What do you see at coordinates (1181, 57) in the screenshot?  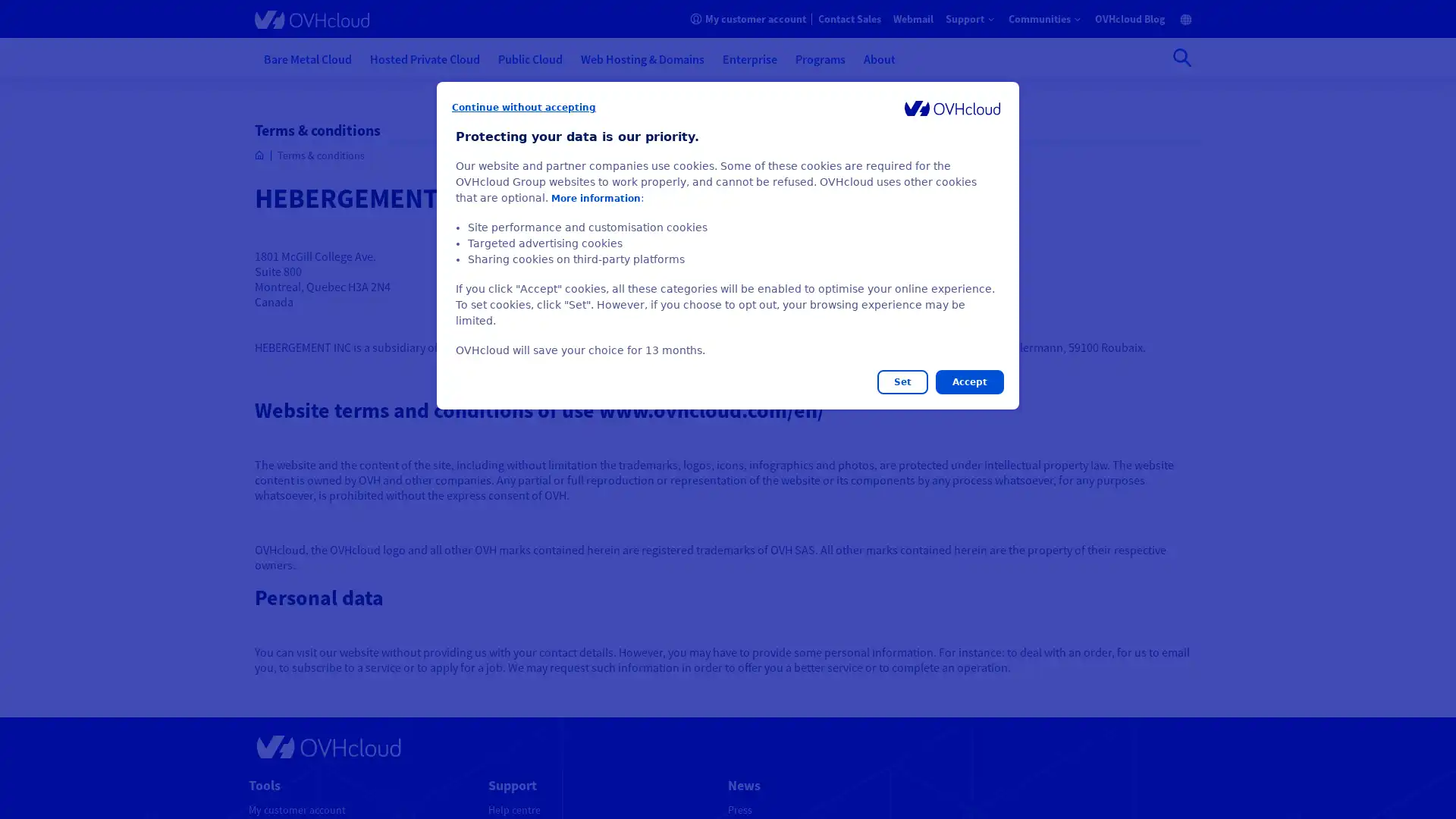 I see `Open search bar` at bounding box center [1181, 57].